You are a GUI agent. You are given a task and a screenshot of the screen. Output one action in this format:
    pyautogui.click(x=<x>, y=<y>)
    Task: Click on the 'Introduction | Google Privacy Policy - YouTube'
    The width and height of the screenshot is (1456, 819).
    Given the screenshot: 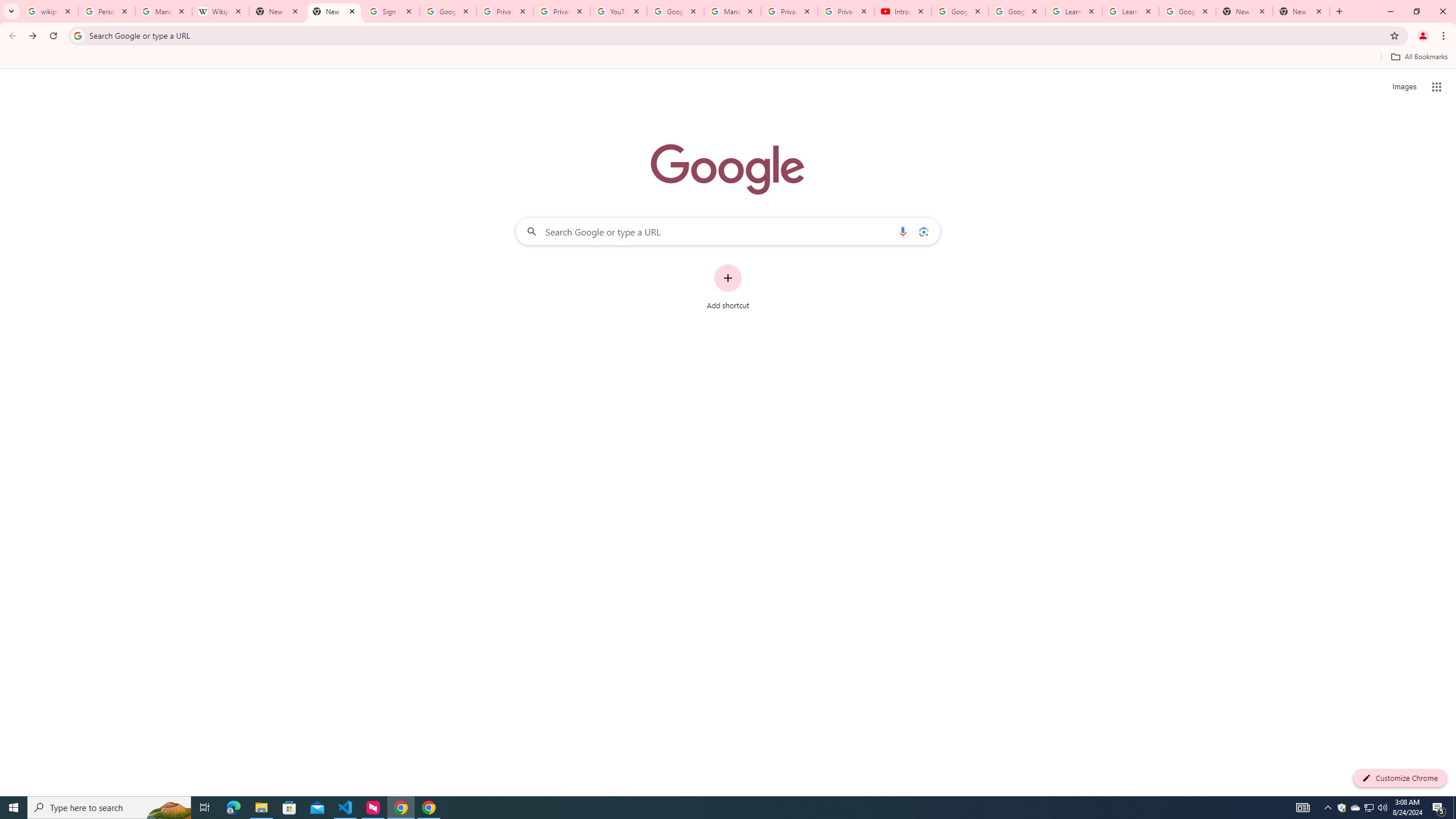 What is the action you would take?
    pyautogui.click(x=902, y=11)
    